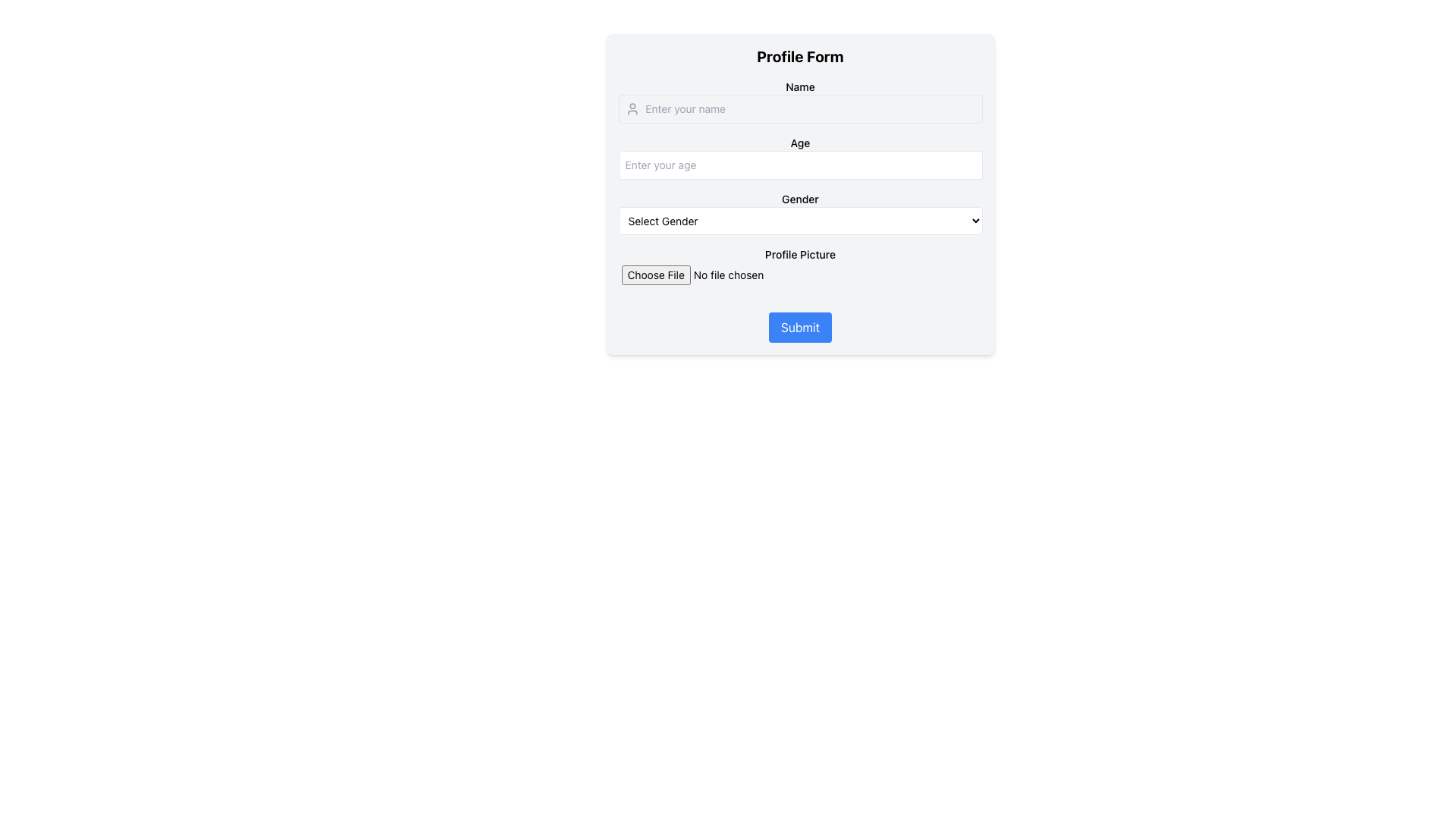 The image size is (1456, 819). Describe the element at coordinates (632, 108) in the screenshot. I see `the user icon, which is a light gray human silhouette positioned to the left of the 'Enter your name' input field` at that location.